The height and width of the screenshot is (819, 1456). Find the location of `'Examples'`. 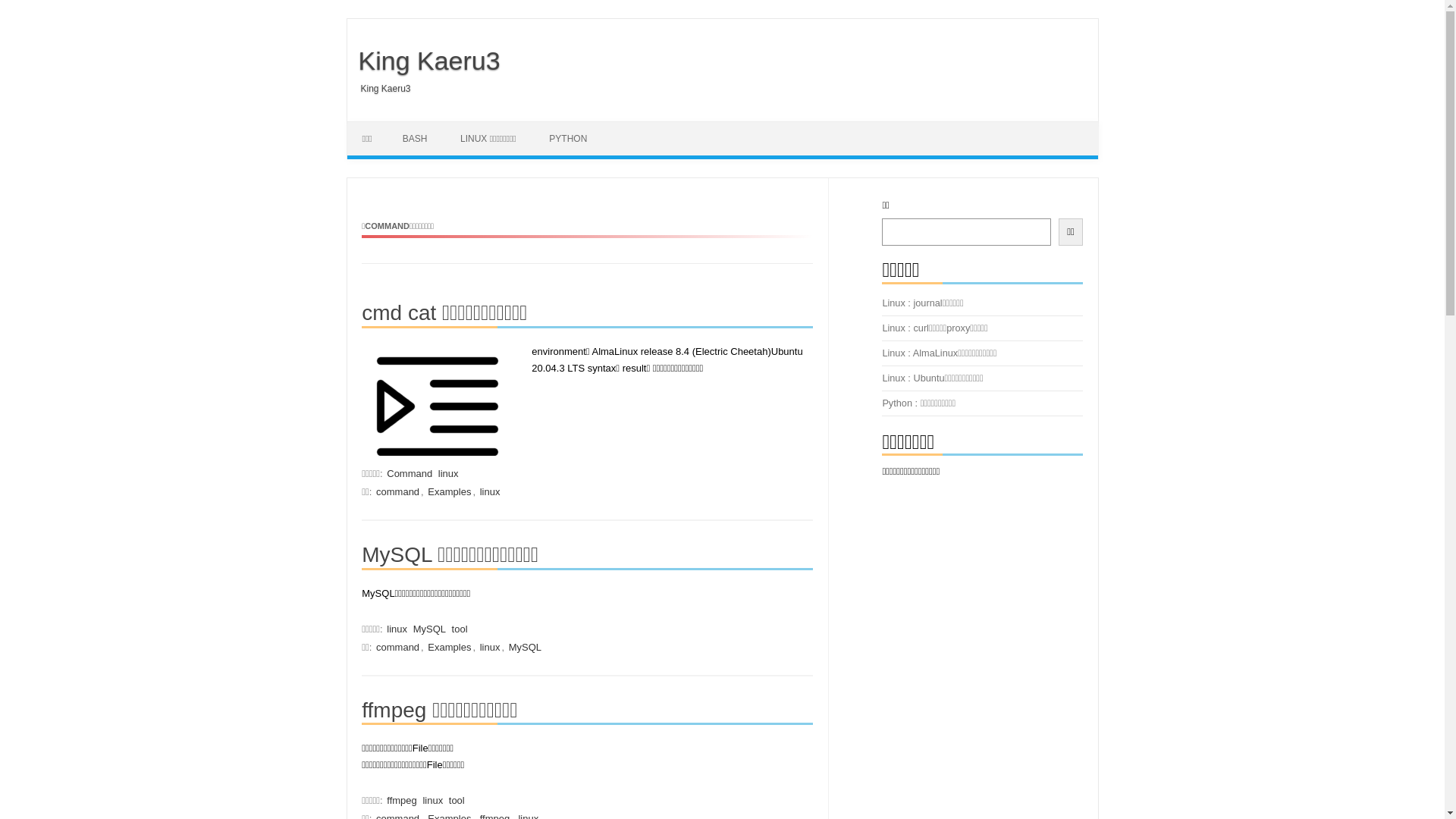

'Examples' is located at coordinates (425, 647).